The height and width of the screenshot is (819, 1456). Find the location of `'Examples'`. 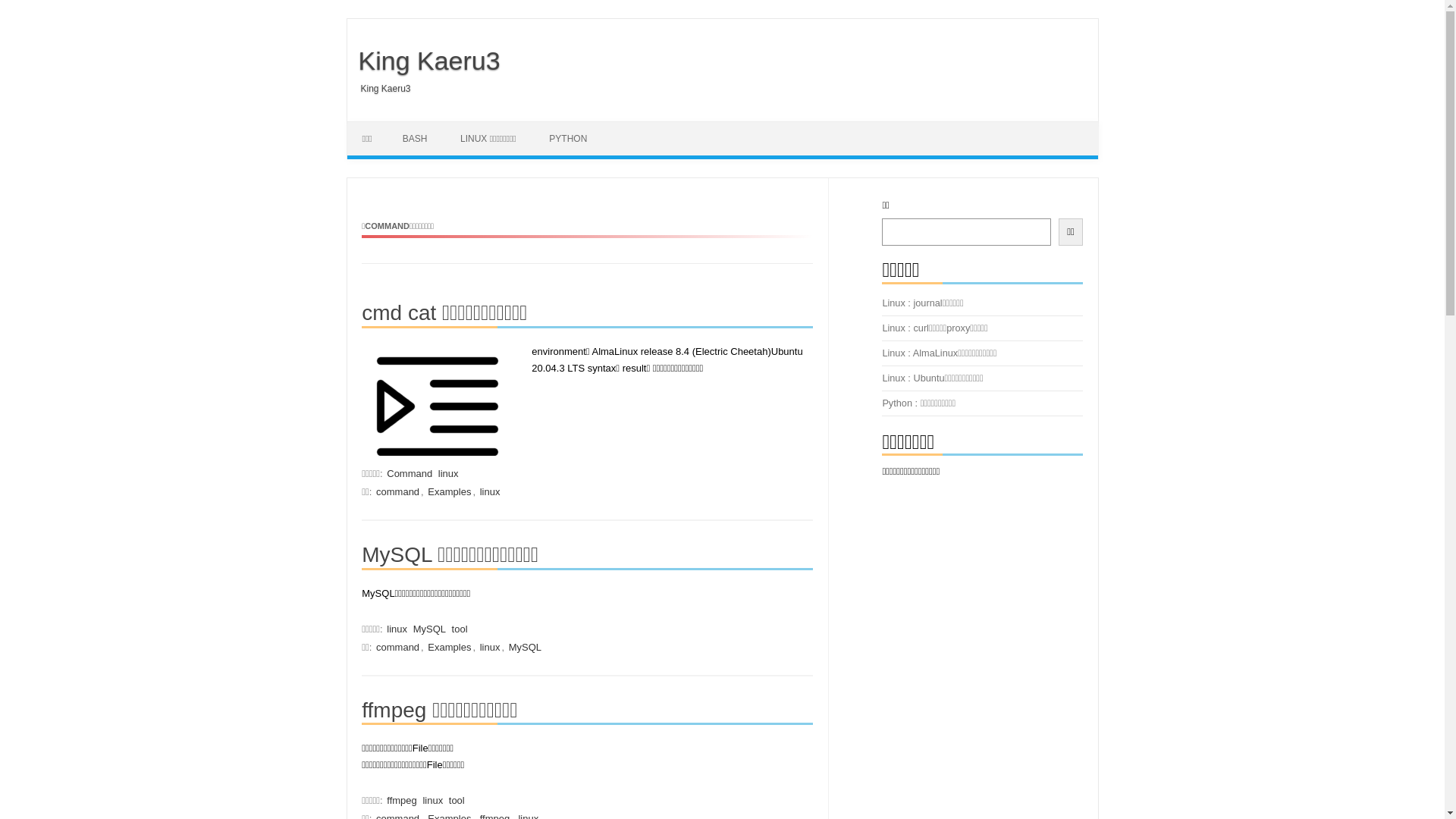

'Examples' is located at coordinates (425, 647).